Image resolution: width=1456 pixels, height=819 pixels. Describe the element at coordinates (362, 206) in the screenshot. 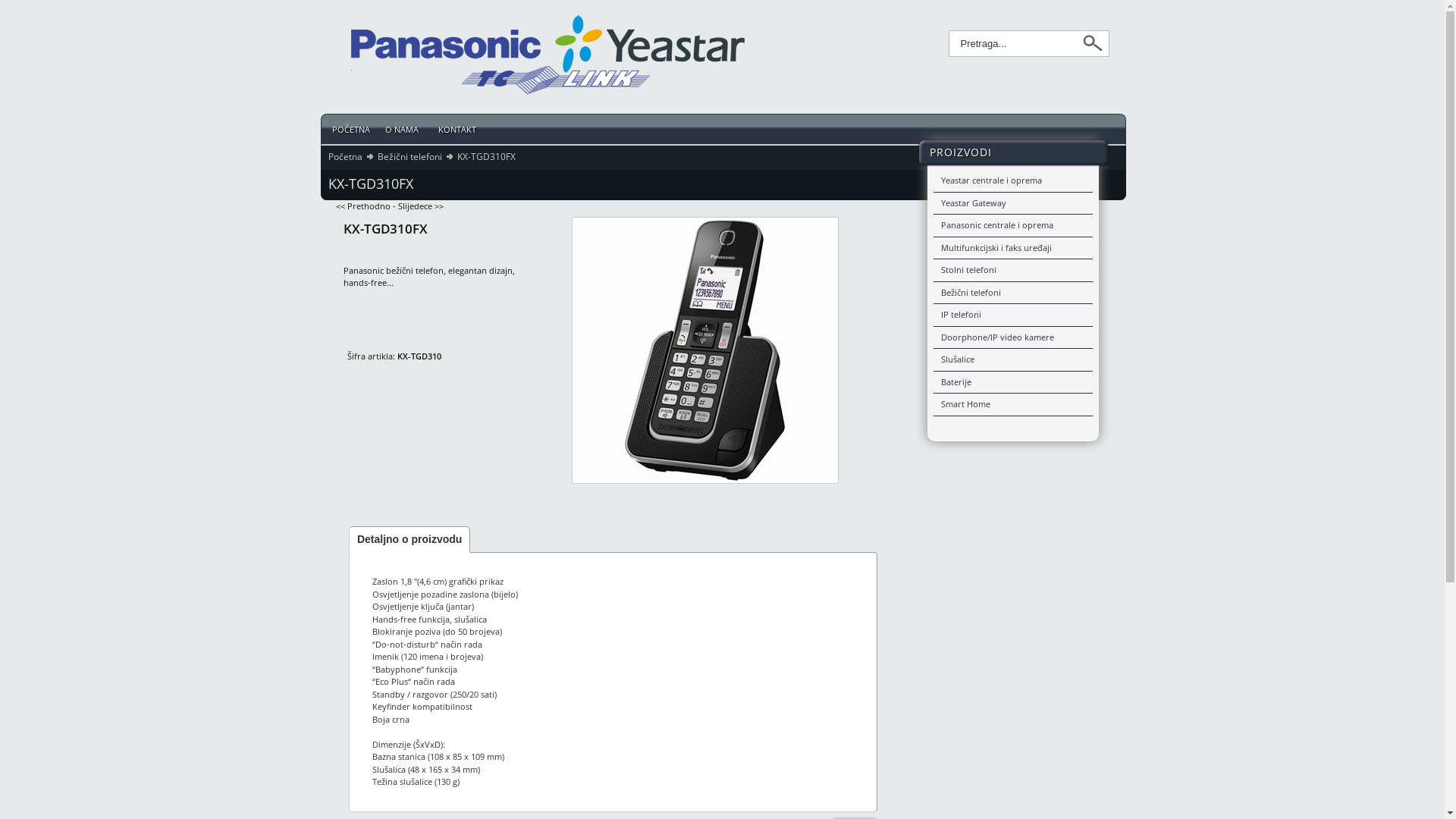

I see `'<< Prethodno'` at that location.